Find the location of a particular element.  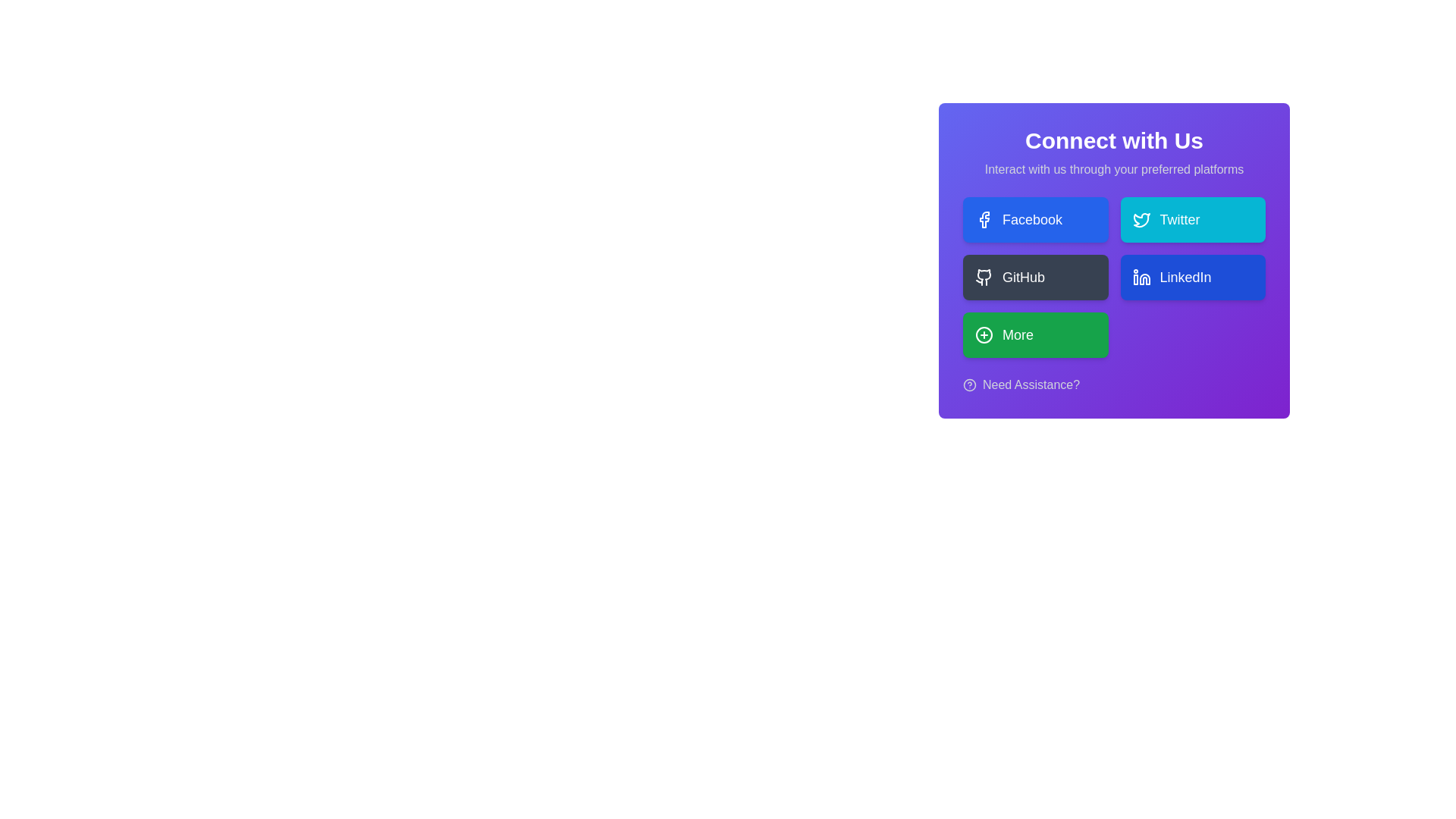

the SVG icon resembling a circle with a plus sign, which is located within the green rectangular button labeled 'More' in the bottom row of buttons is located at coordinates (984, 334).